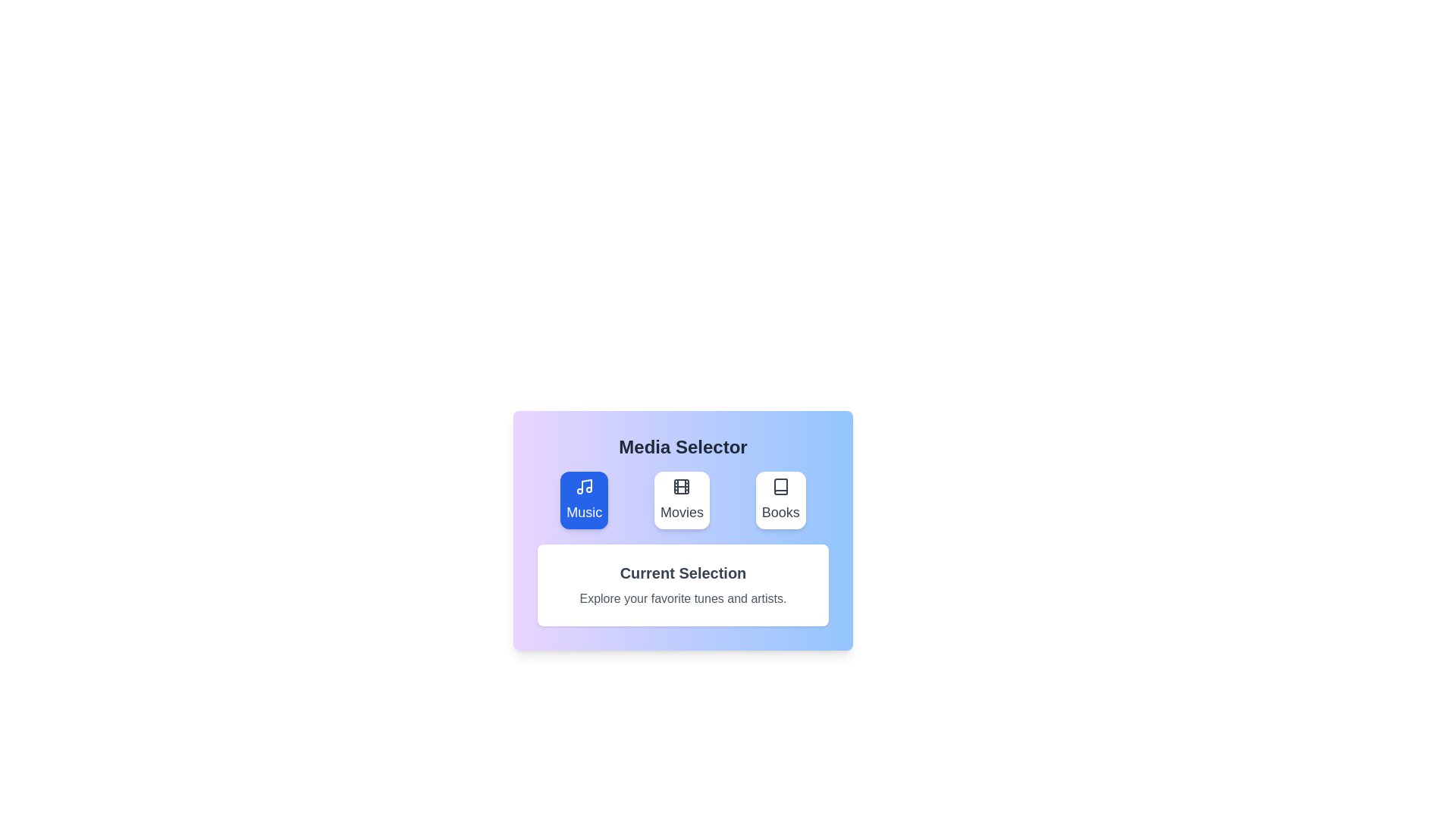 The image size is (1456, 819). I want to click on the 'Music', 'Movies', or 'Books' segment of the Media Selector tab group, so click(682, 500).